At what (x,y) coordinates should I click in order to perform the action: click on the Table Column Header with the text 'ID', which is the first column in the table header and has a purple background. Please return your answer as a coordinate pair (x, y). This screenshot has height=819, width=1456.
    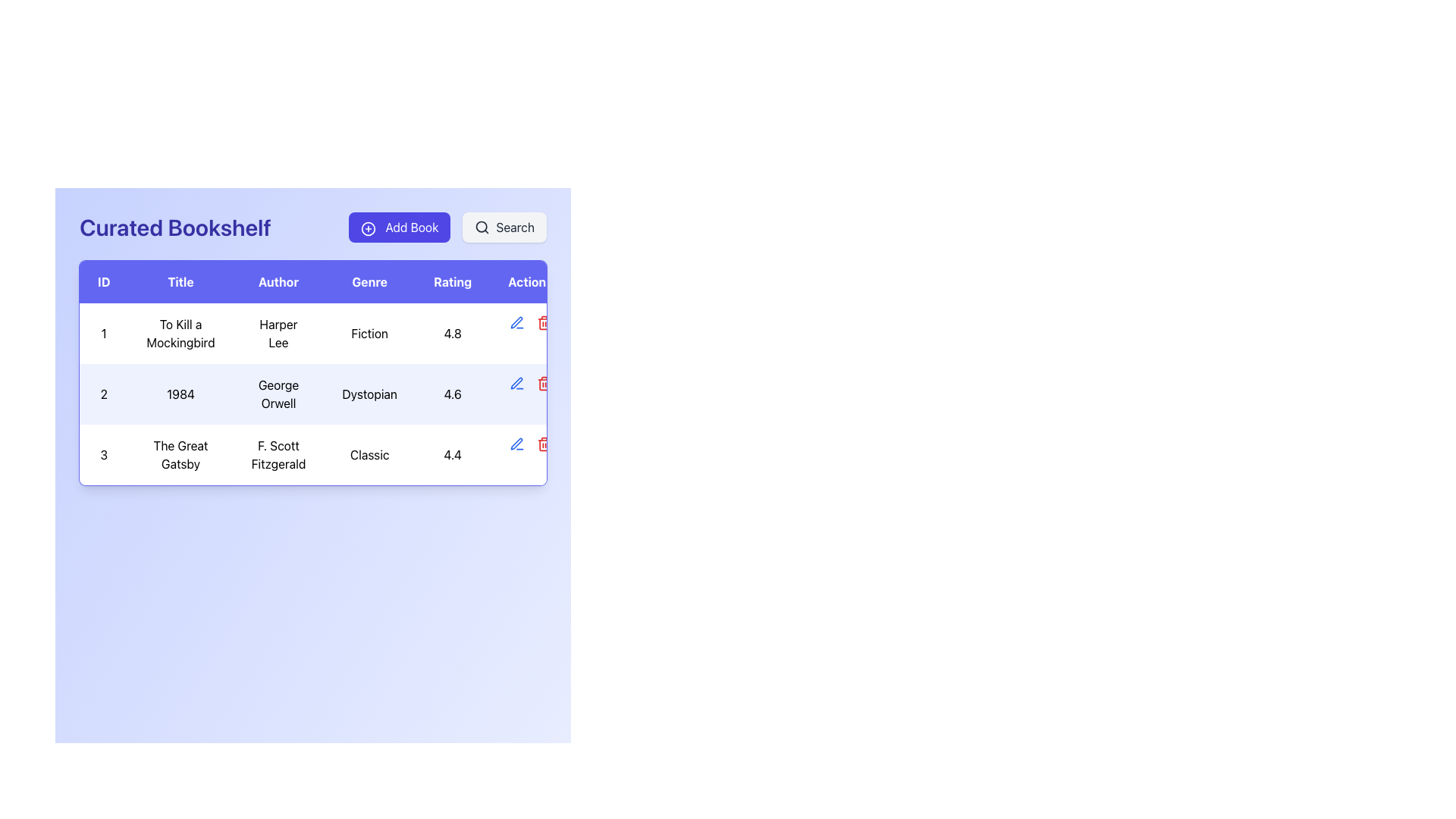
    Looking at the image, I should click on (103, 281).